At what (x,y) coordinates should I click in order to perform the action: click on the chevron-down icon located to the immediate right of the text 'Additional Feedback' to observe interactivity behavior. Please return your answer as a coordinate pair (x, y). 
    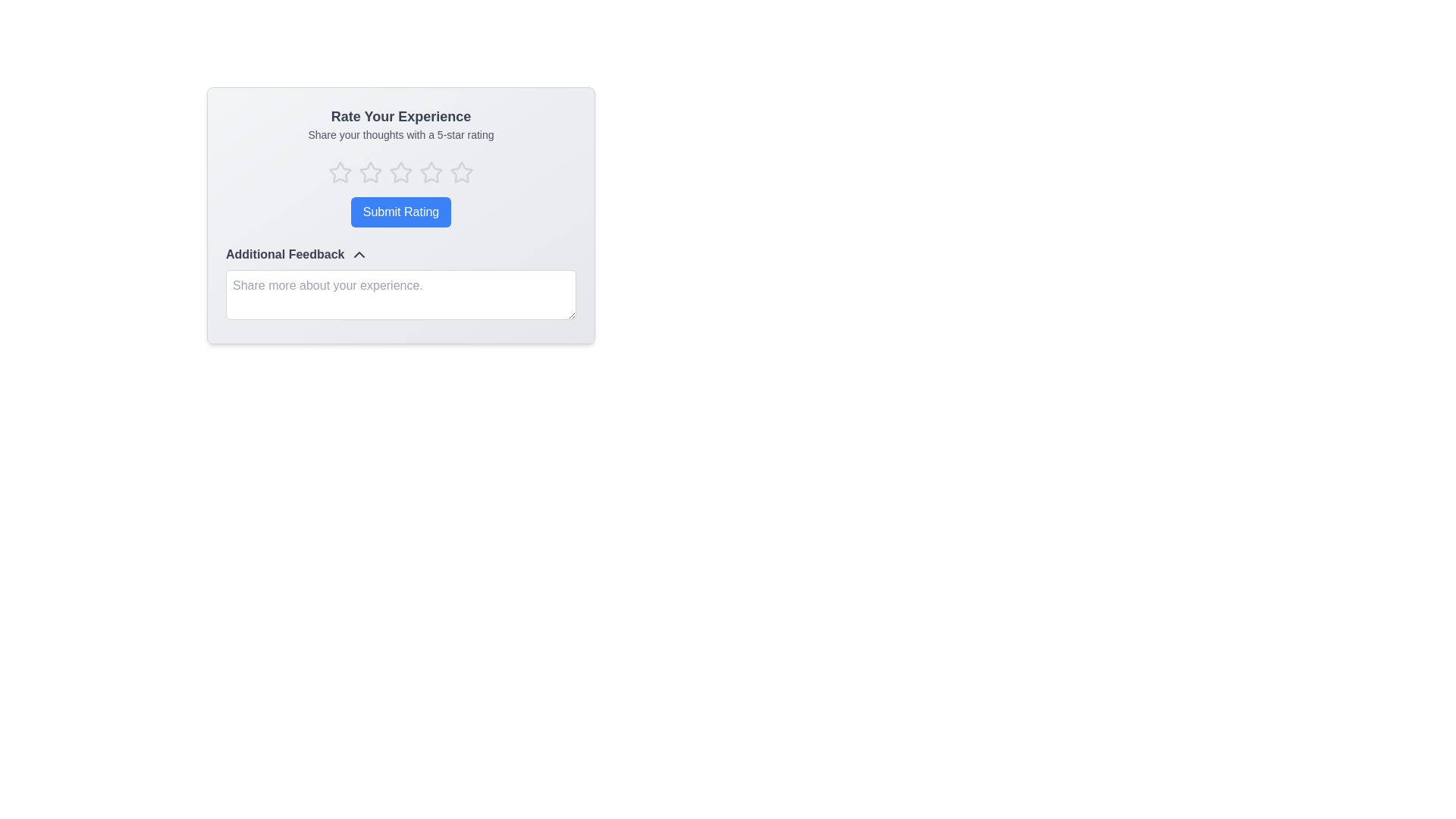
    Looking at the image, I should click on (359, 253).